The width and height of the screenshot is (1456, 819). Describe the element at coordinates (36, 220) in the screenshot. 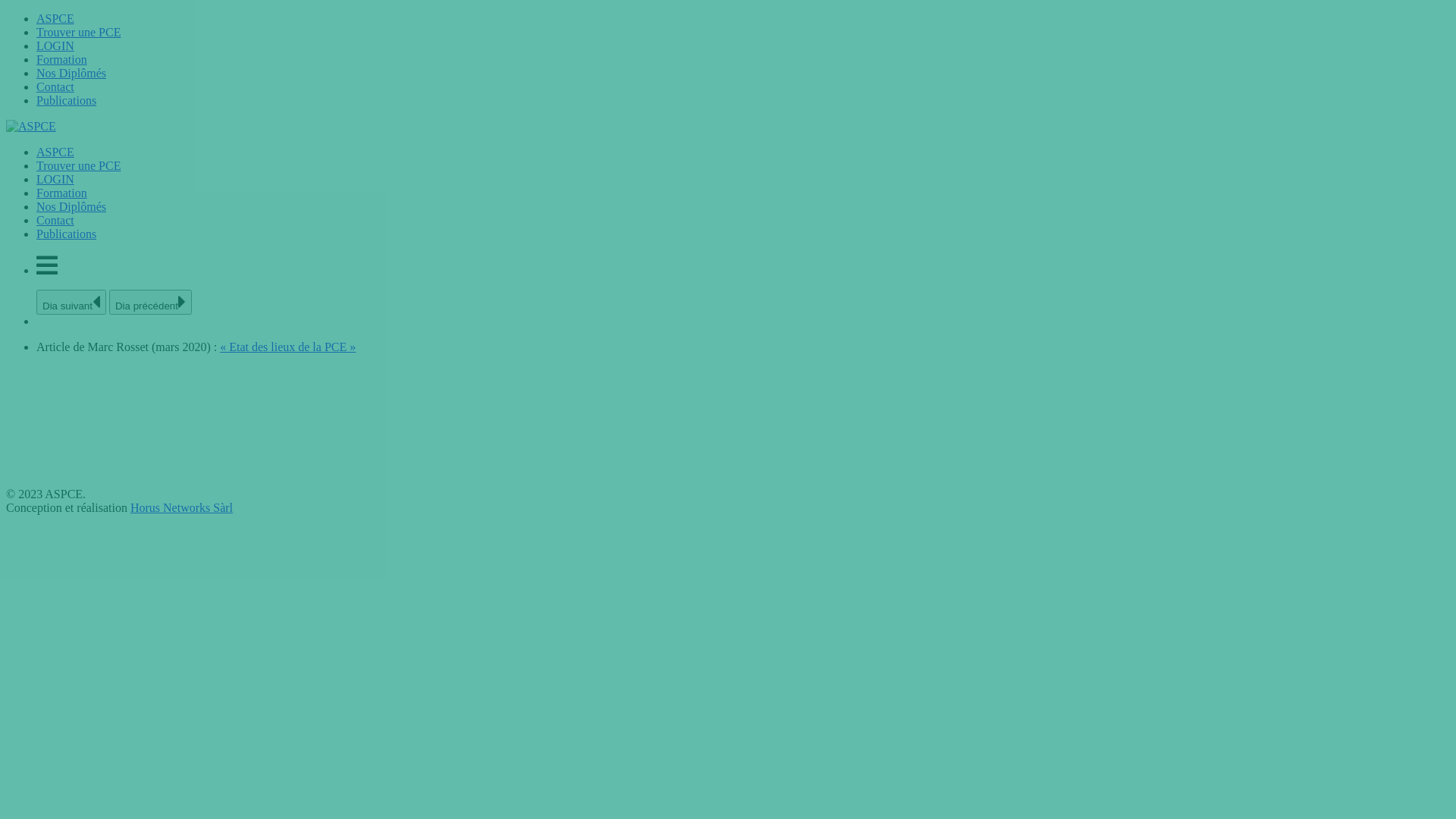

I see `'Contact'` at that location.